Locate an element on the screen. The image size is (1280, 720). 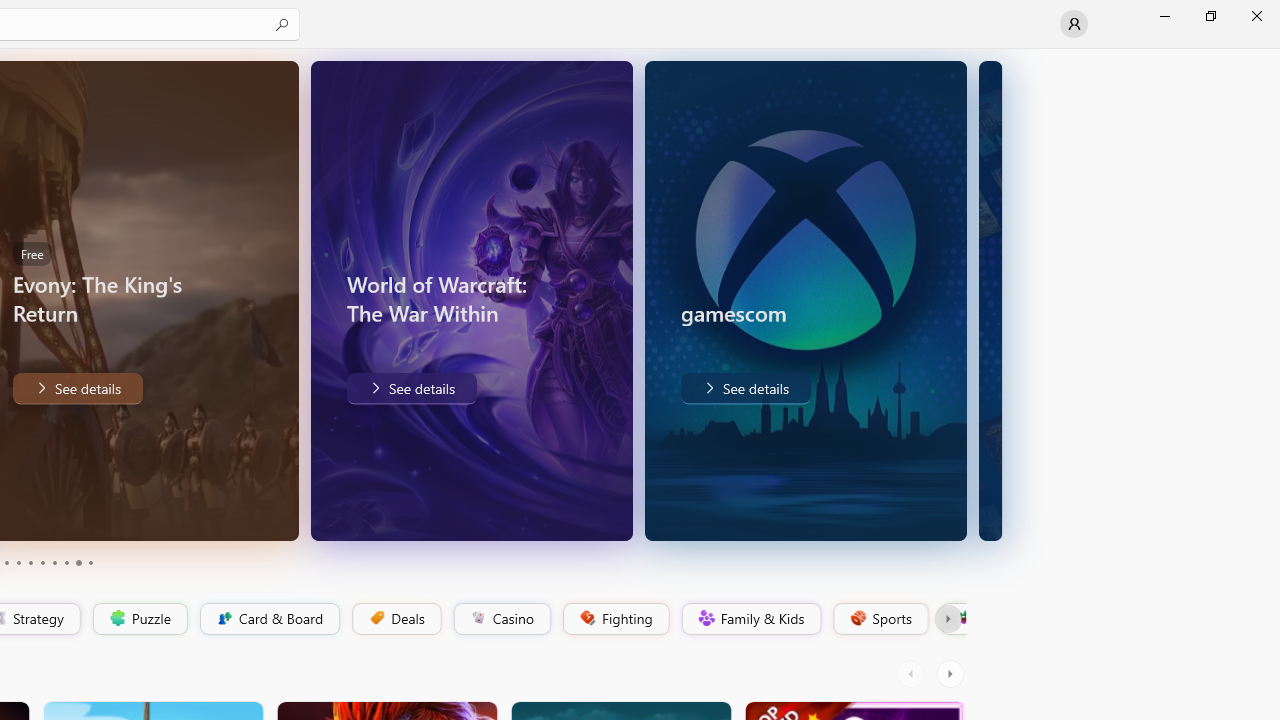
'AutomationID: LeftScrollButton' is located at coordinates (912, 673).